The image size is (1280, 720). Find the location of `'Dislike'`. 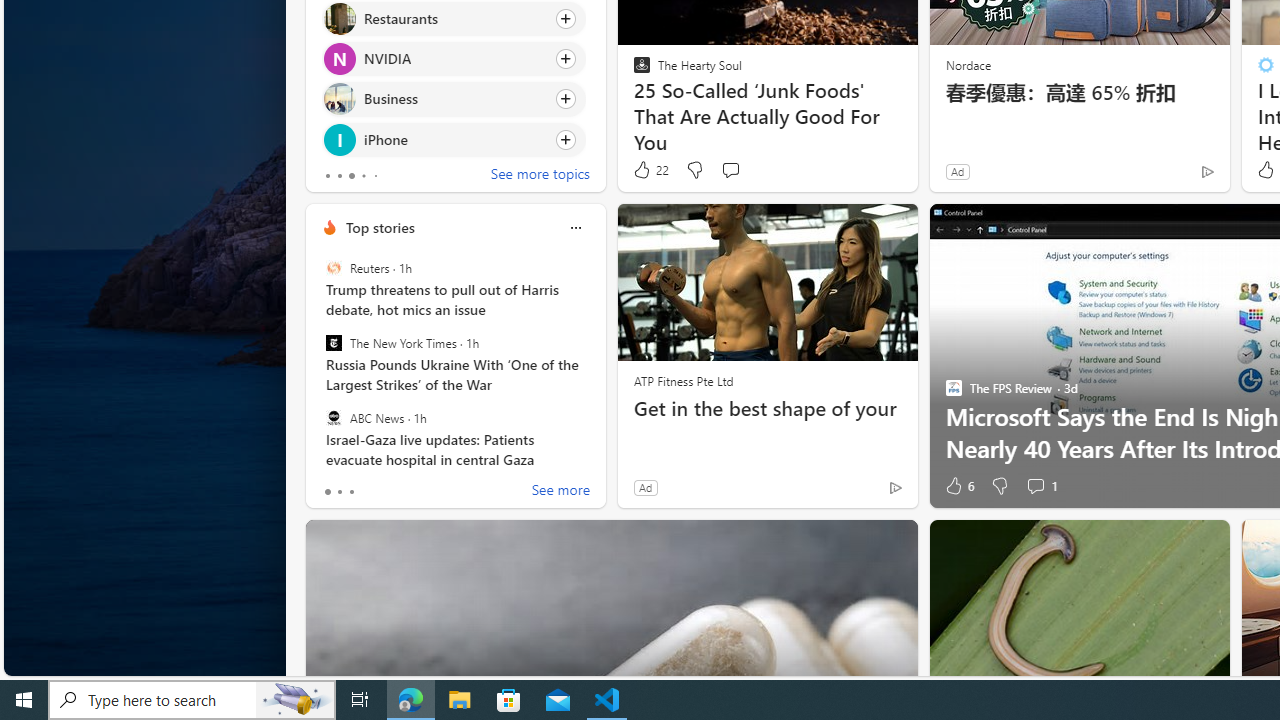

'Dislike' is located at coordinates (999, 486).